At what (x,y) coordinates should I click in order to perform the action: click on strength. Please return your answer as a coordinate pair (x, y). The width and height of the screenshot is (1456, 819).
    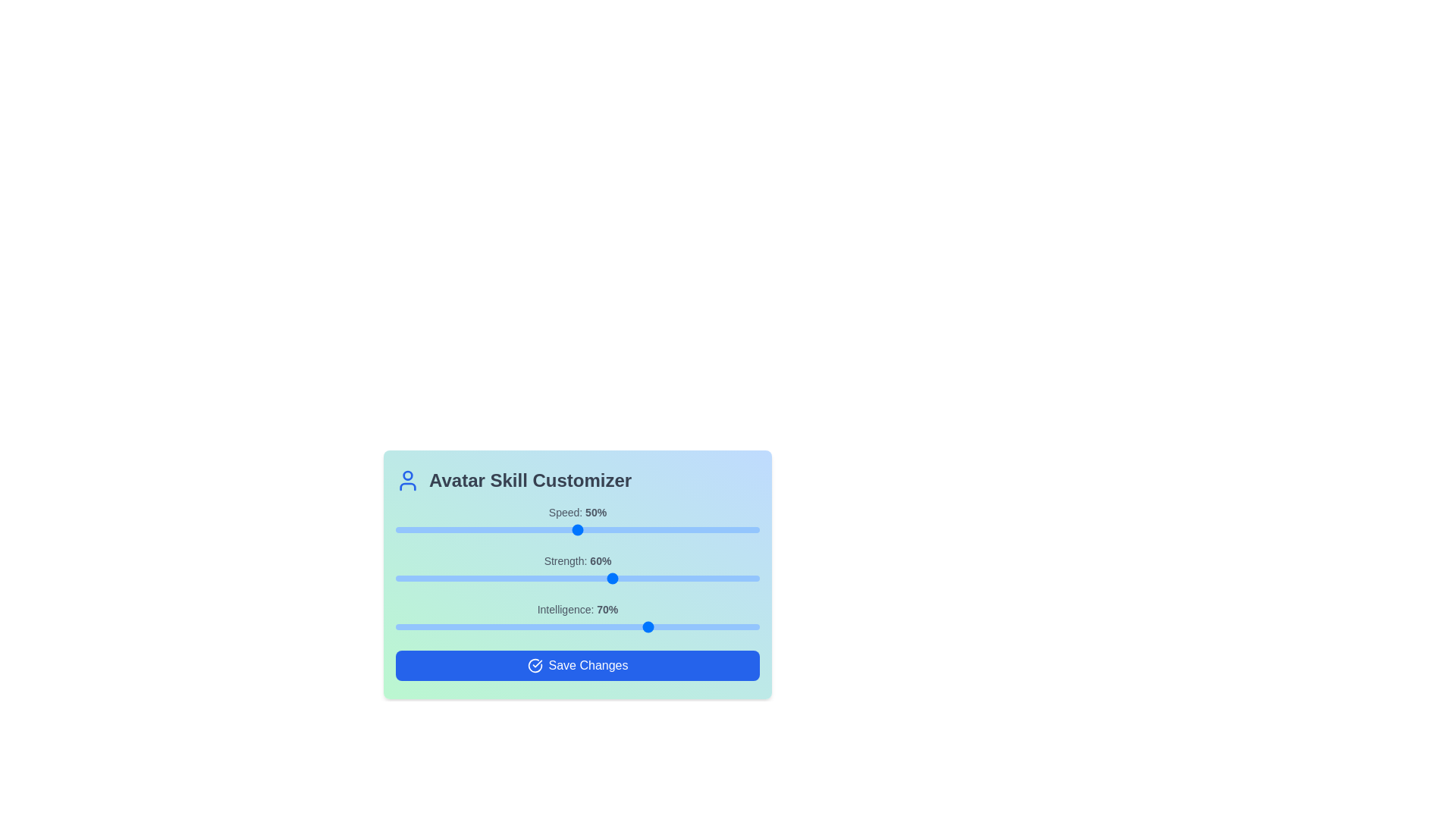
    Looking at the image, I should click on (610, 579).